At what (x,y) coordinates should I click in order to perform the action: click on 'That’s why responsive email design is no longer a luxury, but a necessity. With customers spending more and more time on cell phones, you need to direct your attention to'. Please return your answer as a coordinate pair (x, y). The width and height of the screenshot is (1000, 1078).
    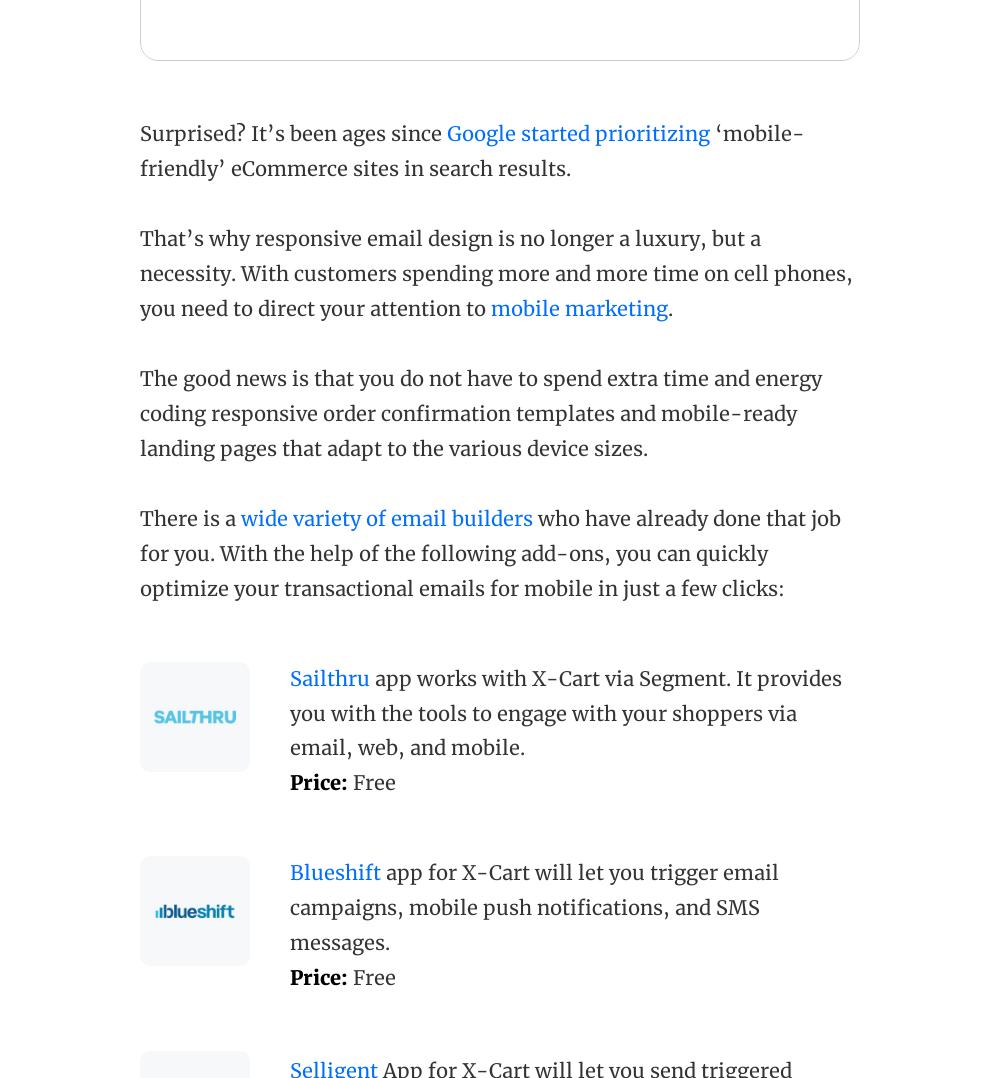
    Looking at the image, I should click on (495, 272).